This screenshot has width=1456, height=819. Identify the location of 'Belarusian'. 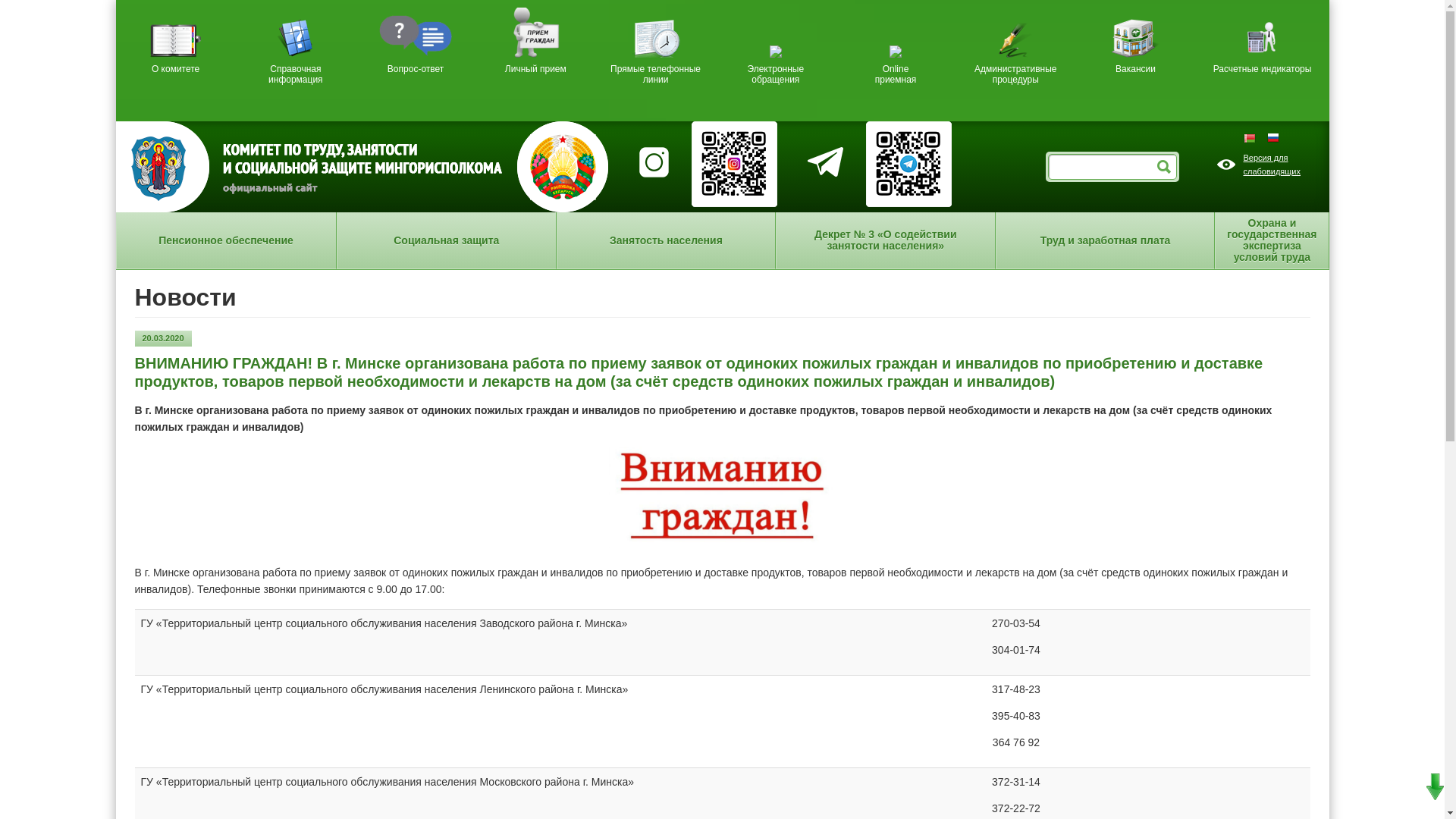
(1255, 137).